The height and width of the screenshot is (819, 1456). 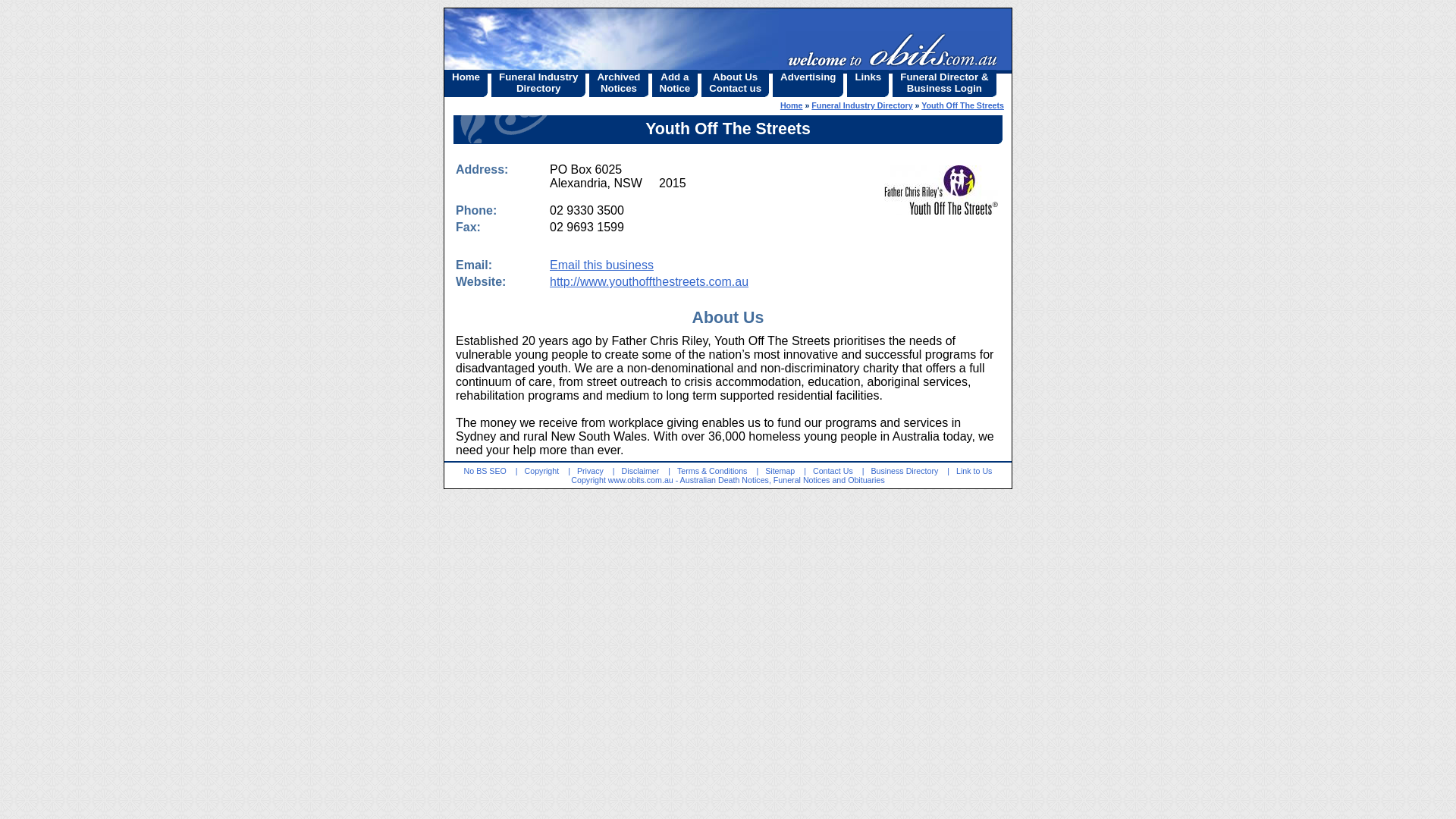 What do you see at coordinates (484, 470) in the screenshot?
I see `'No BS SEO'` at bounding box center [484, 470].